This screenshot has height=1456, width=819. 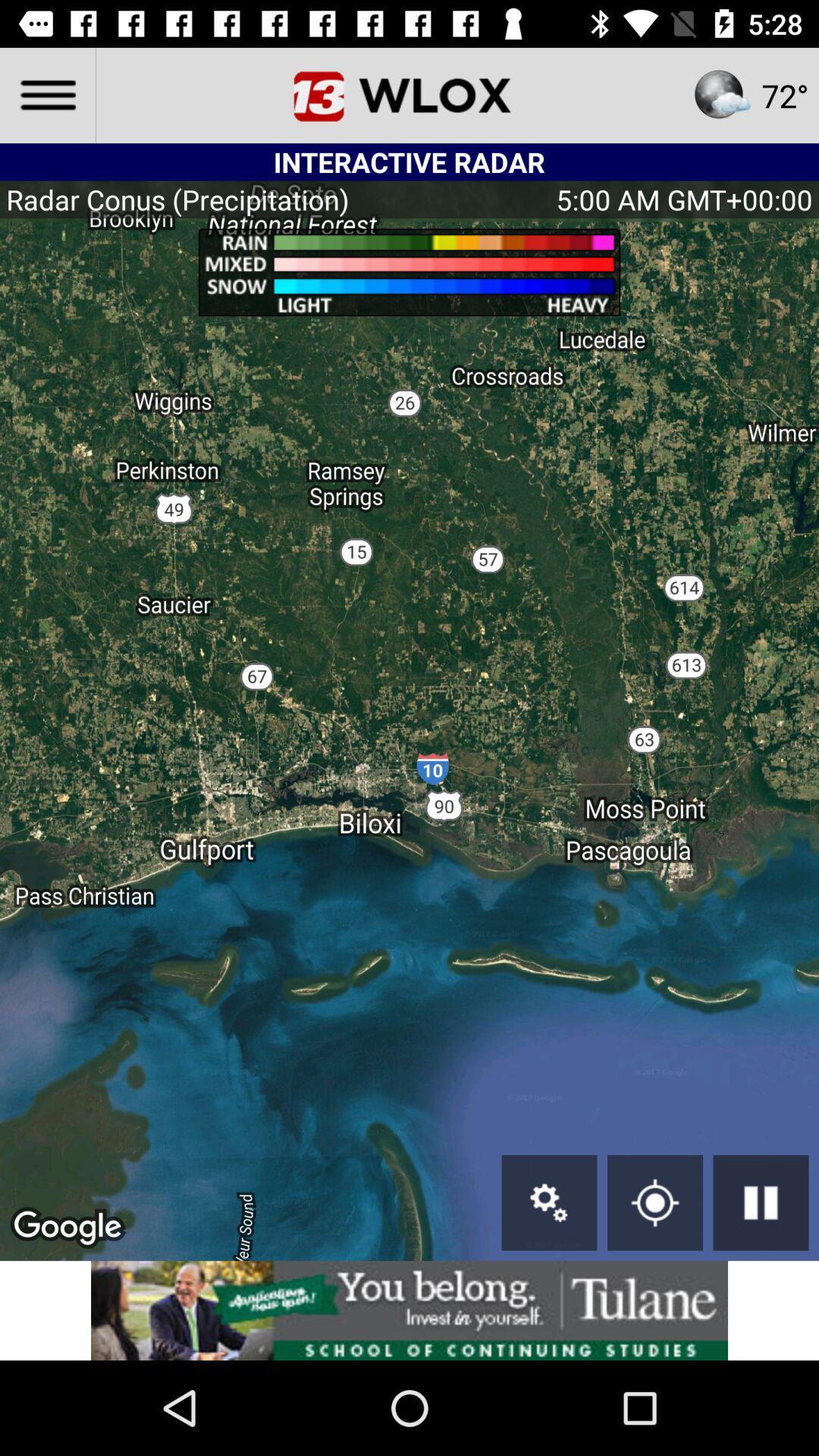 What do you see at coordinates (654, 1202) in the screenshot?
I see `the location_crosshair icon` at bounding box center [654, 1202].